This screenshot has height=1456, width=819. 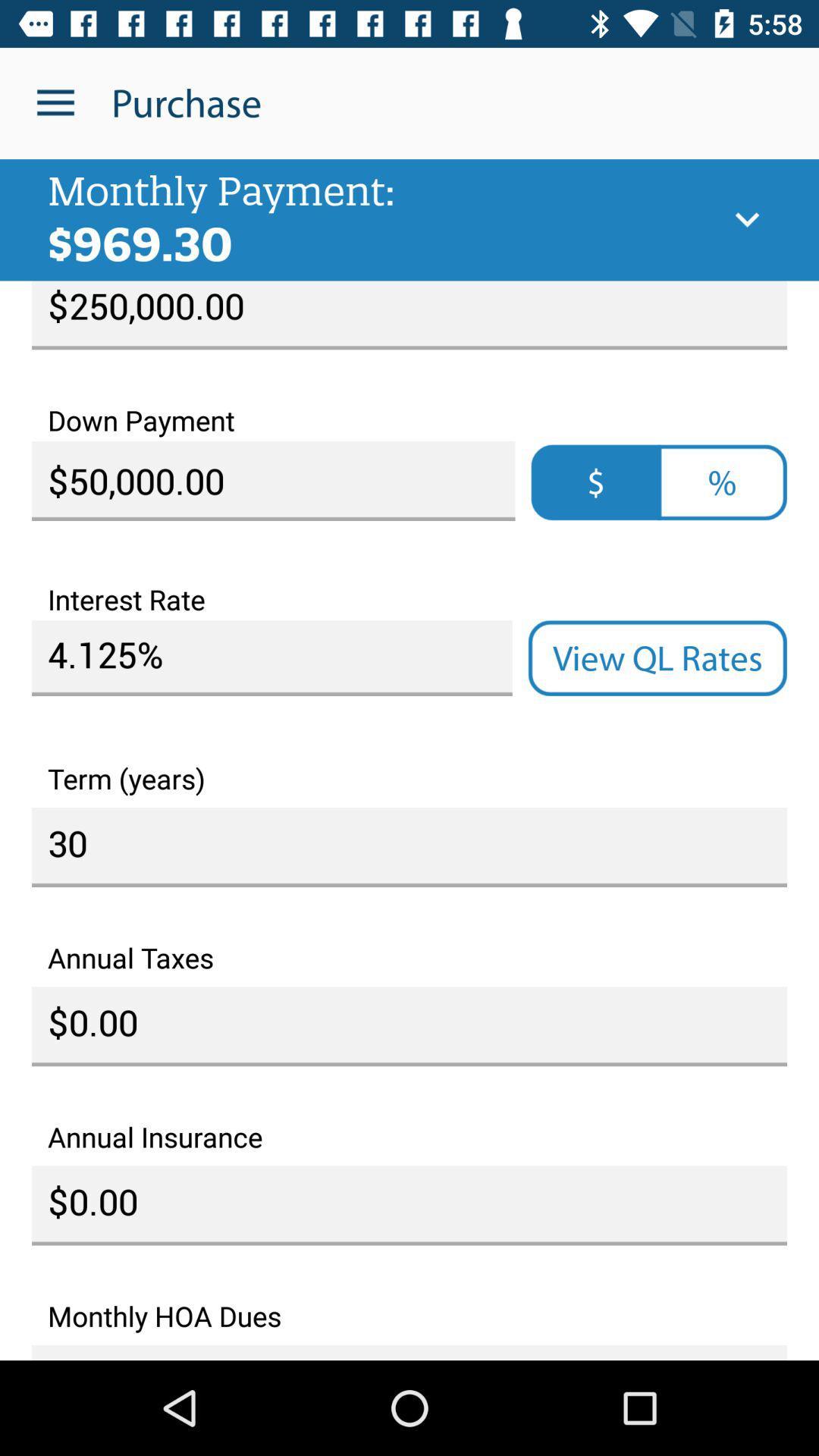 What do you see at coordinates (657, 658) in the screenshot?
I see `the icon above term (years)` at bounding box center [657, 658].